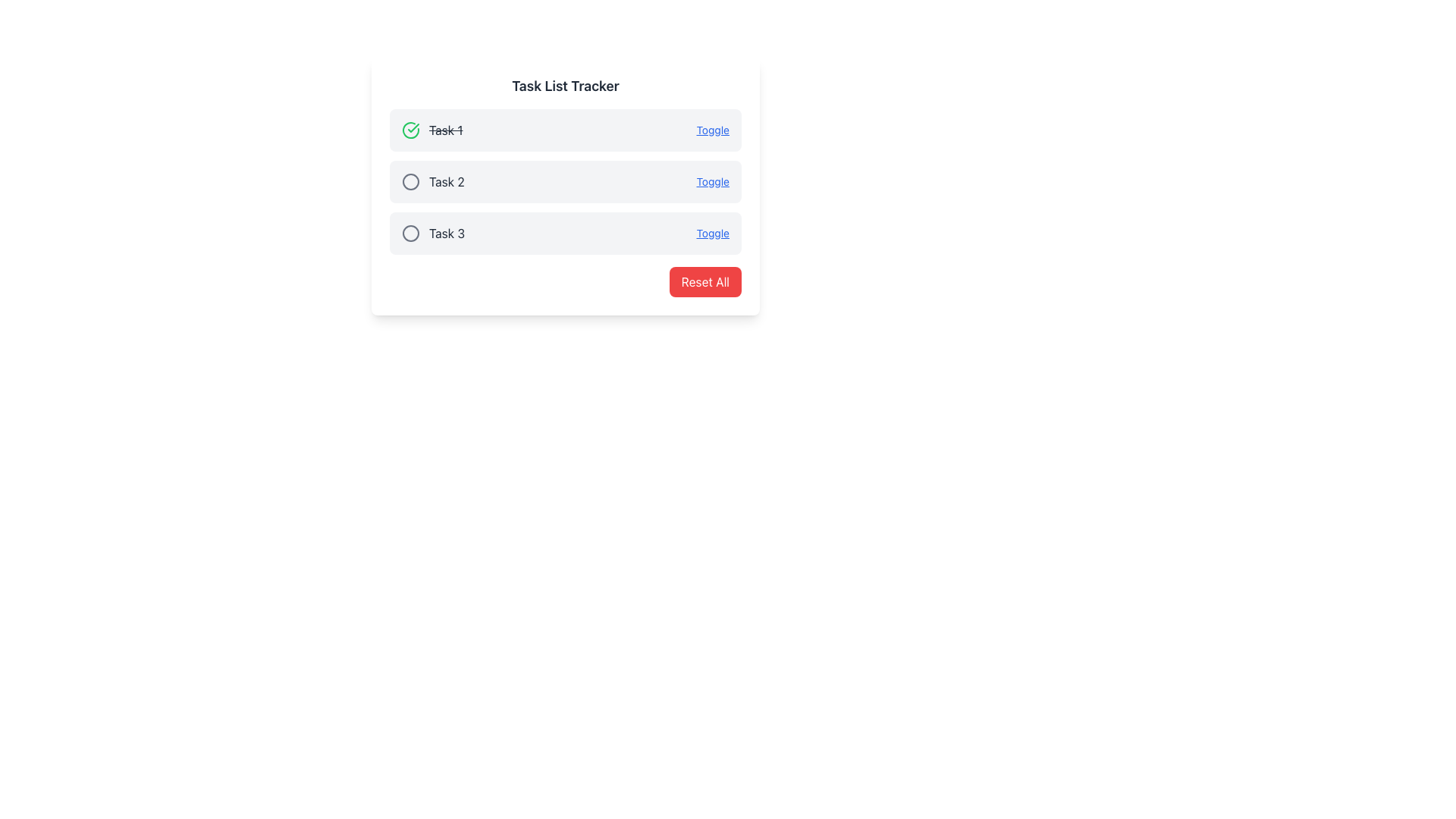 The image size is (1456, 819). I want to click on the icon located to the left of 'Task 3' in the 'Task List Tracker' to interact with it, so click(411, 234).